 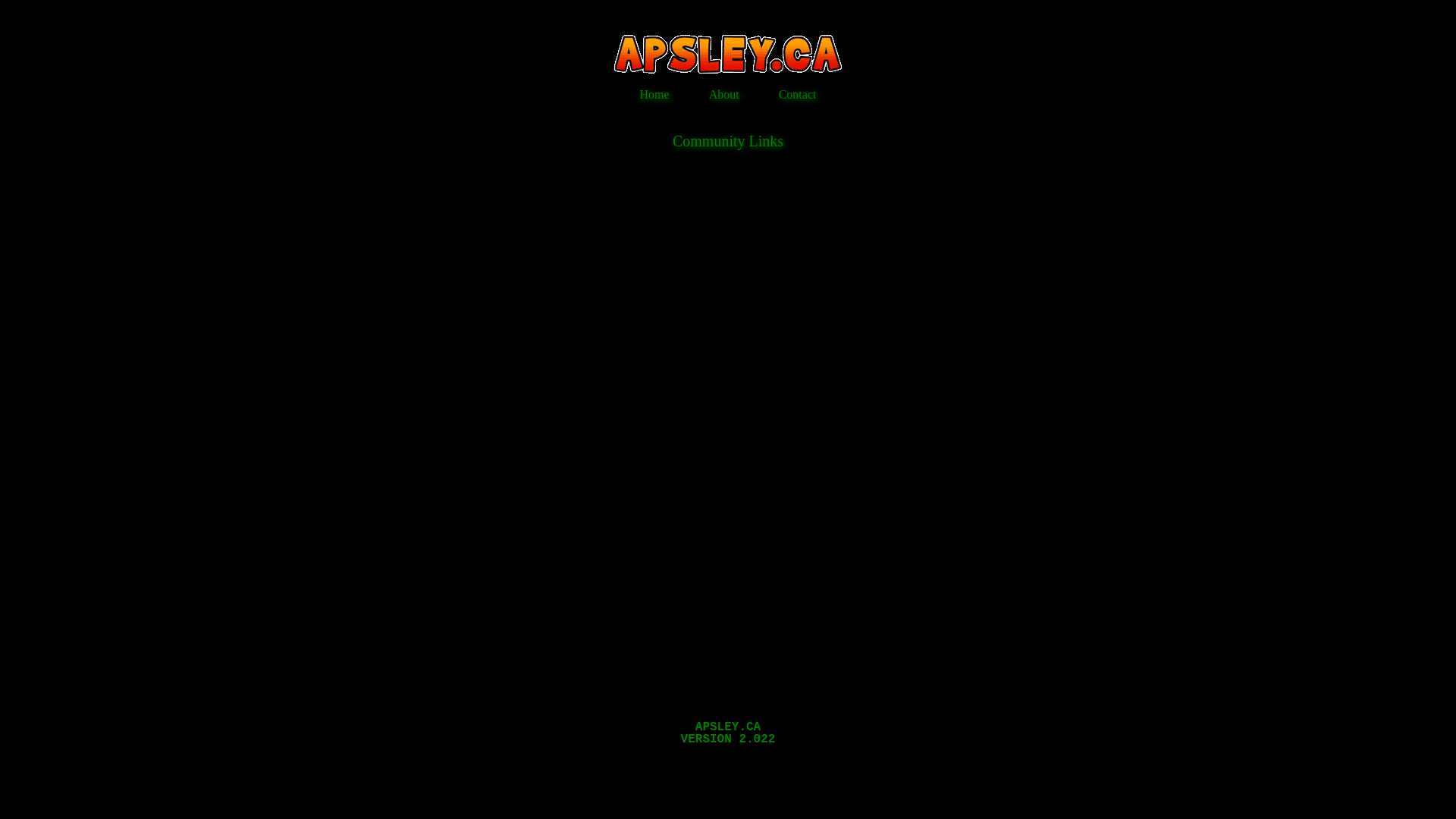 I want to click on 'Contact', so click(x=796, y=94).